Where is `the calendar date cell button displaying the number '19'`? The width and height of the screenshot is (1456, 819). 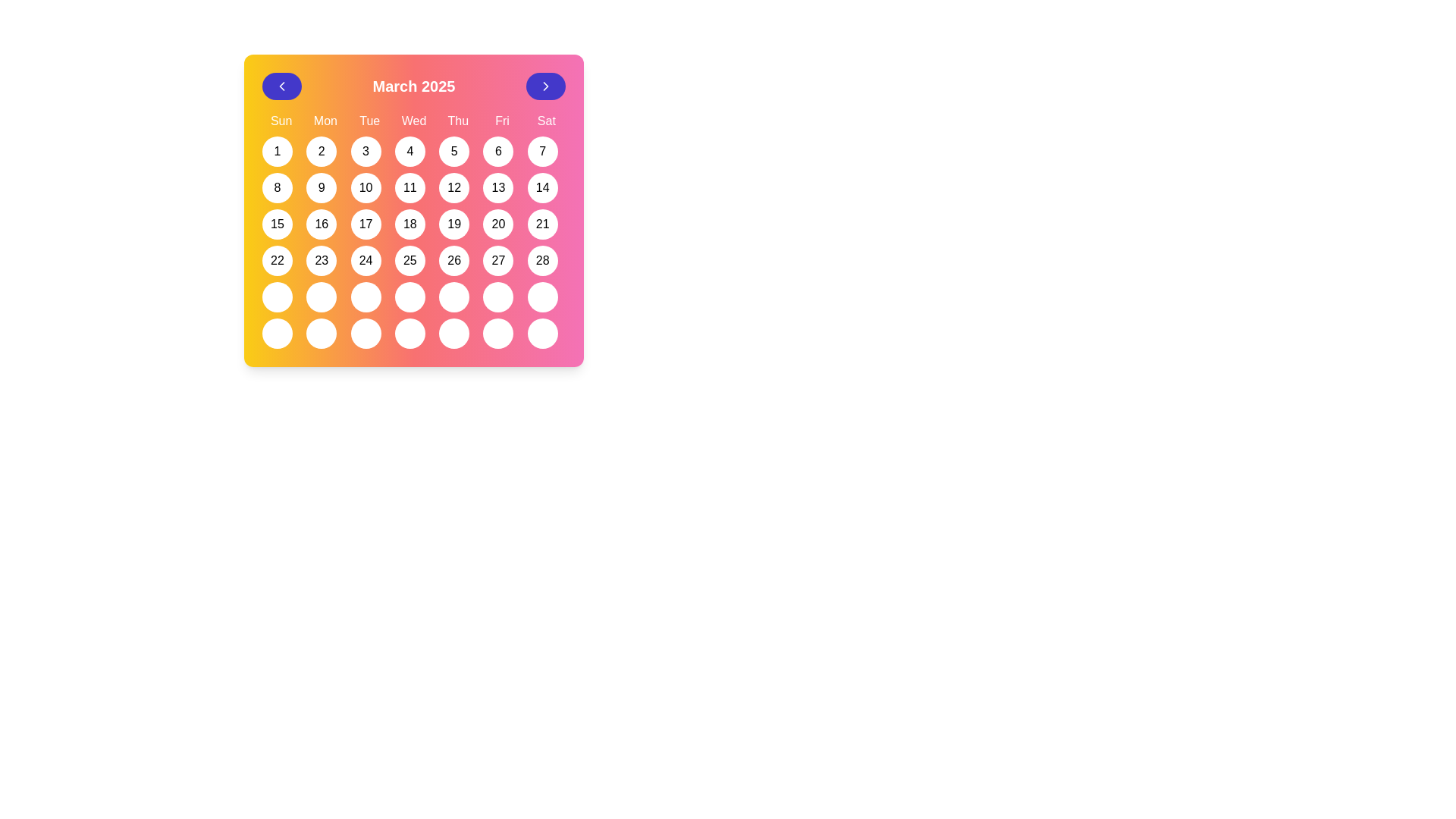 the calendar date cell button displaying the number '19' is located at coordinates (453, 224).